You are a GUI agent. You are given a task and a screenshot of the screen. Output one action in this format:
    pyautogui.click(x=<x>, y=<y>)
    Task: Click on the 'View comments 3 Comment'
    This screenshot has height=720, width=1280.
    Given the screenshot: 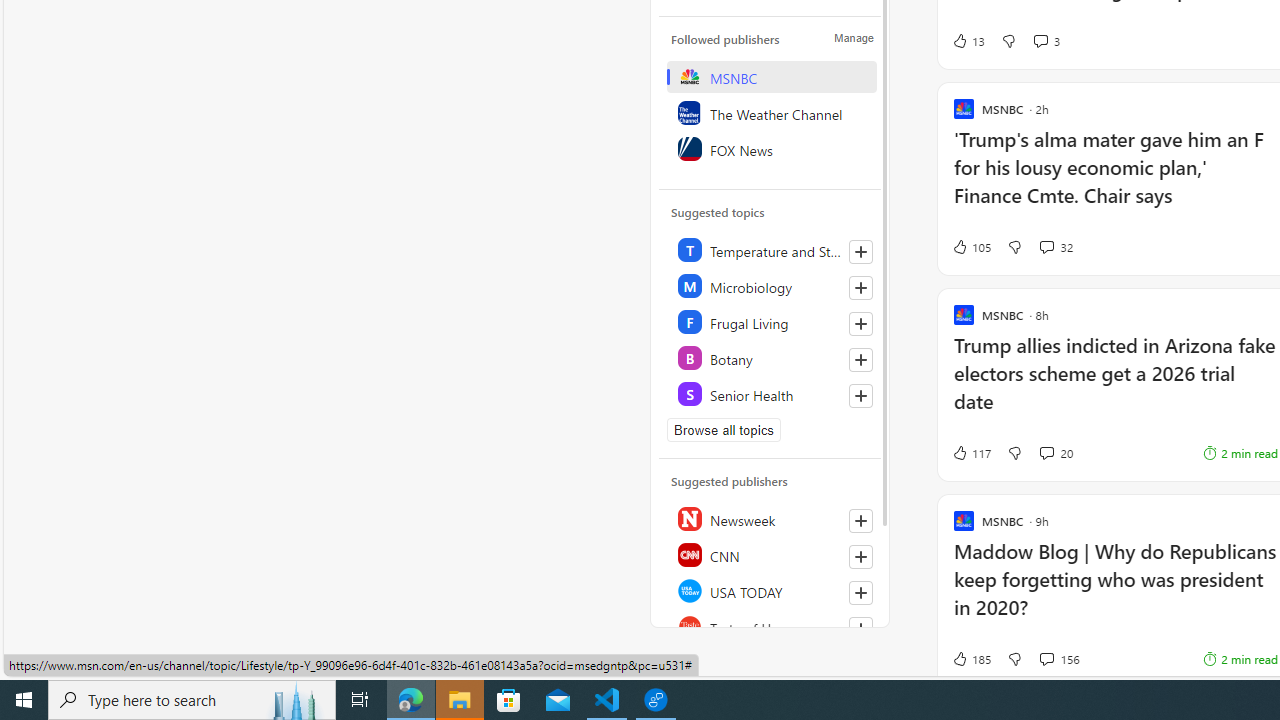 What is the action you would take?
    pyautogui.click(x=1040, y=41)
    